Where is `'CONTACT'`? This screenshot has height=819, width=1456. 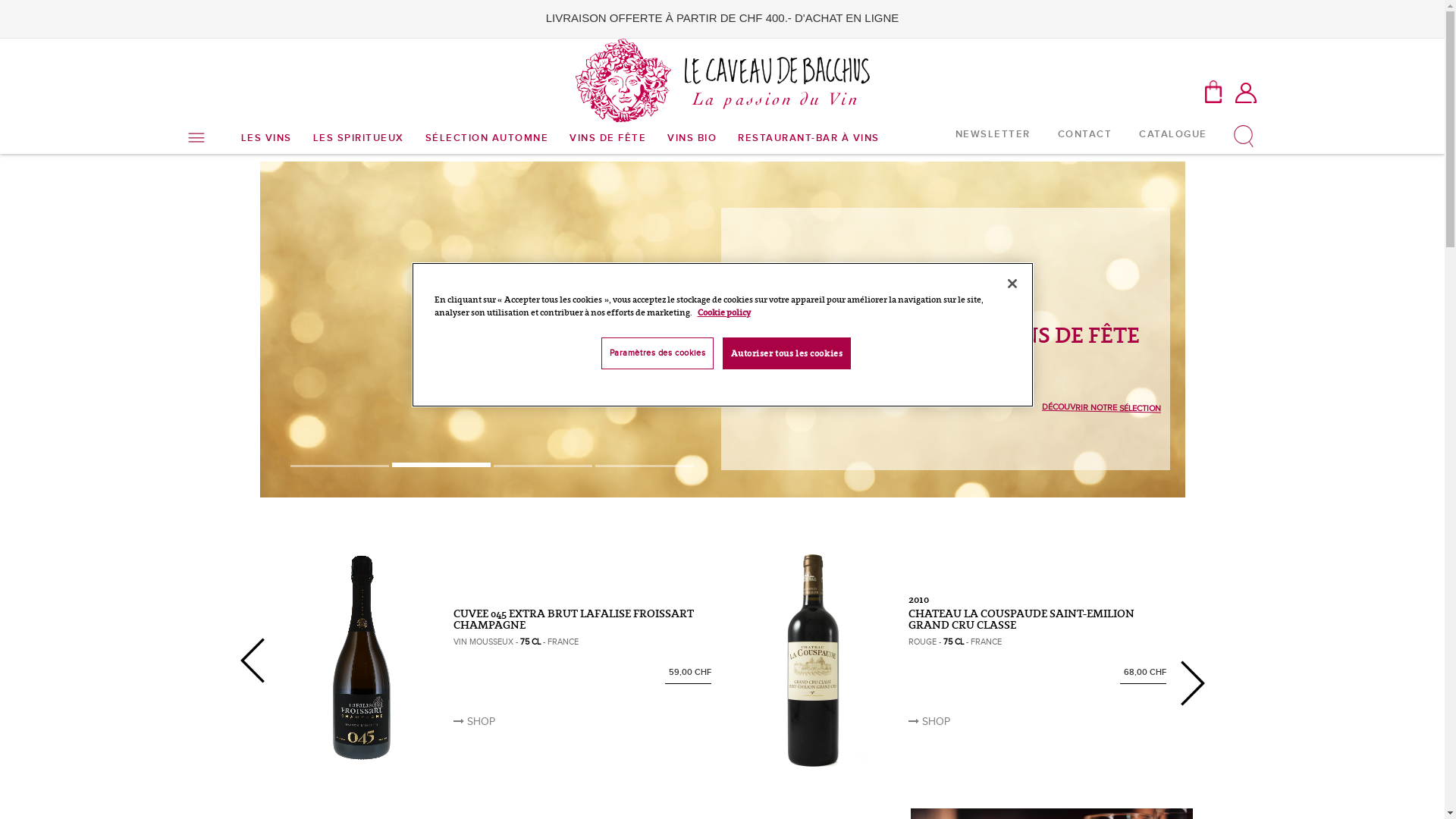 'CONTACT' is located at coordinates (1084, 133).